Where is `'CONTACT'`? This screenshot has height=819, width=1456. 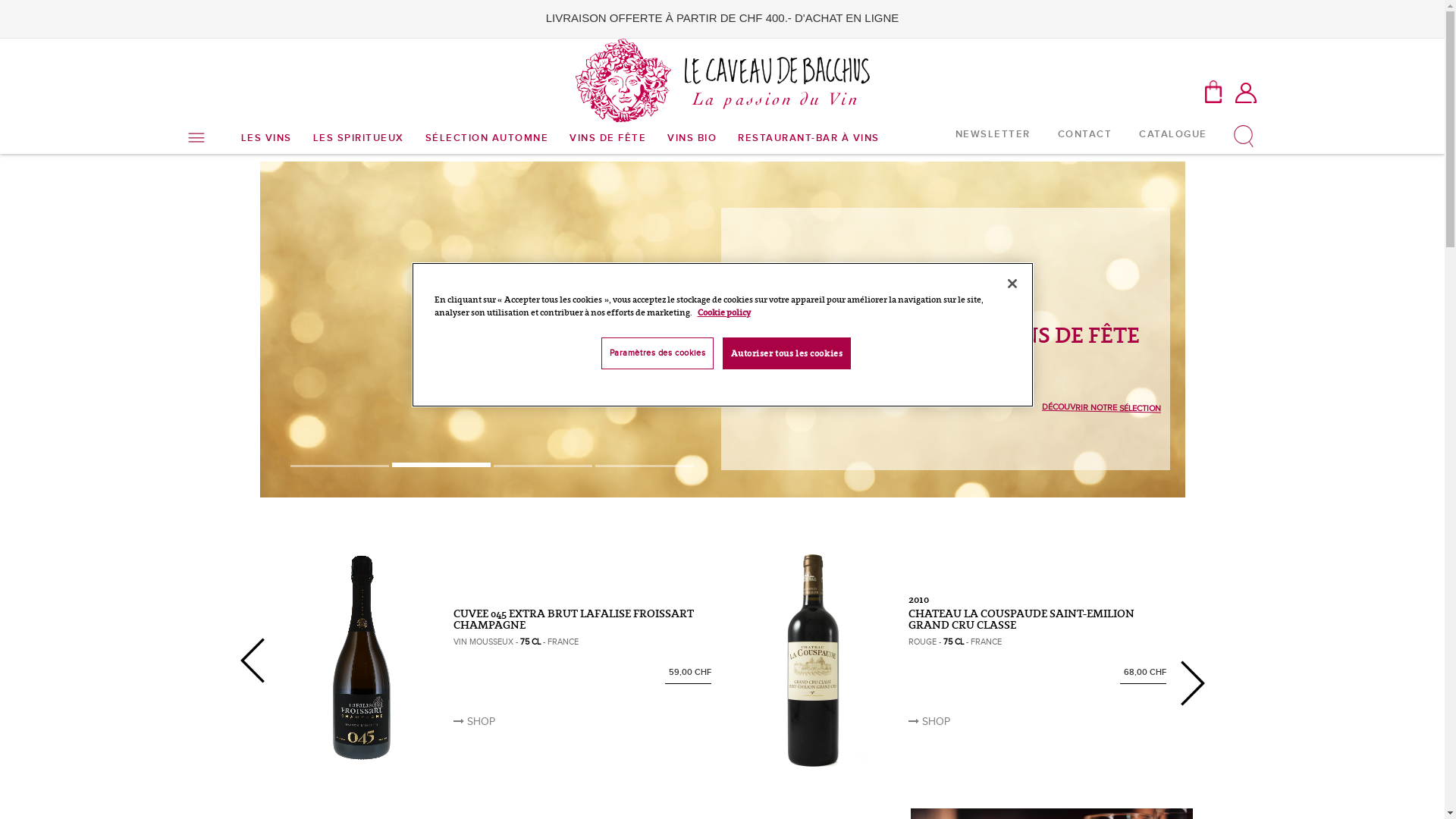 'CONTACT' is located at coordinates (1084, 133).